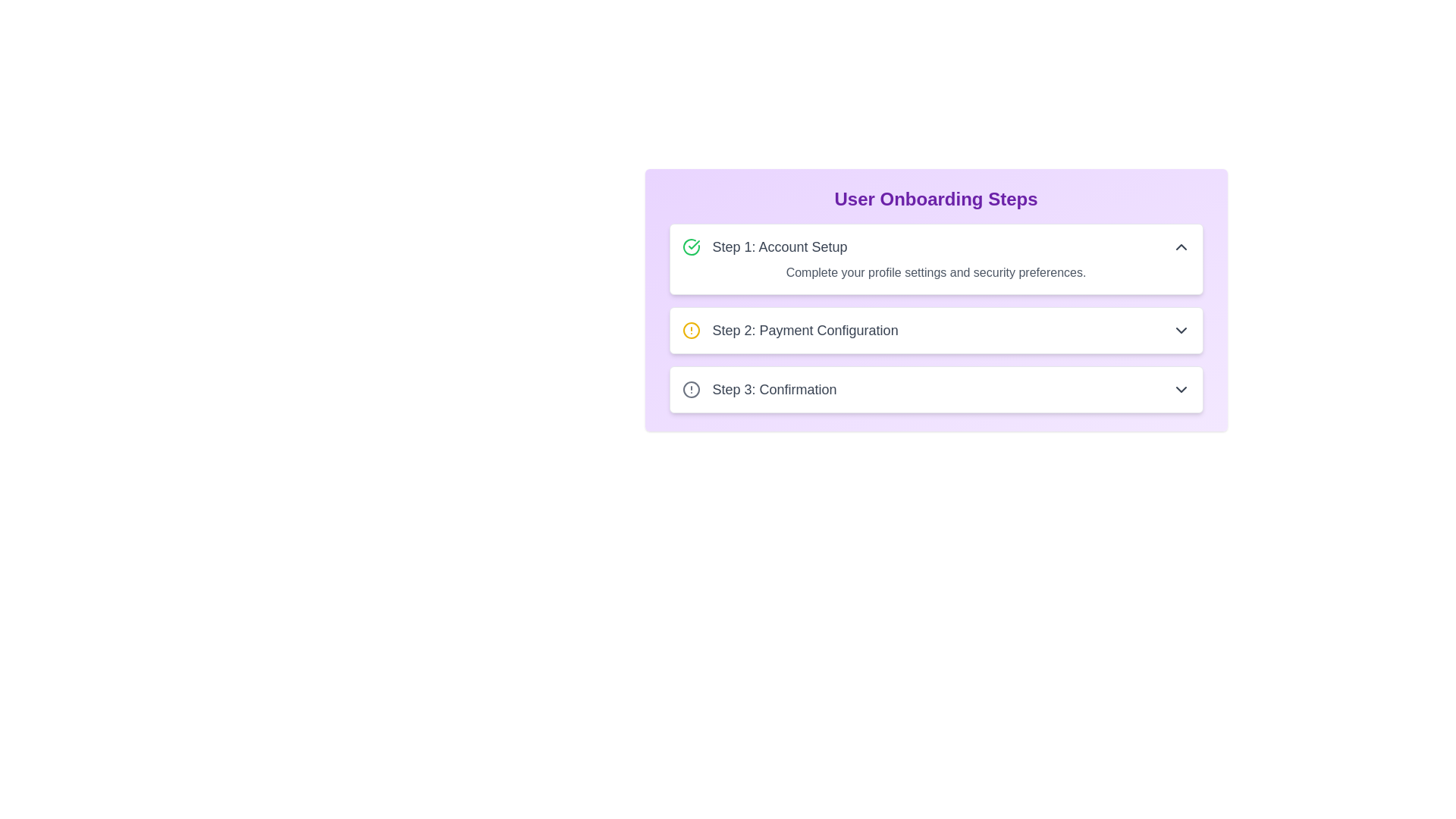  What do you see at coordinates (1180, 388) in the screenshot?
I see `the rightmost downward chevron icon within the 'Step 3: Confirmation' section` at bounding box center [1180, 388].